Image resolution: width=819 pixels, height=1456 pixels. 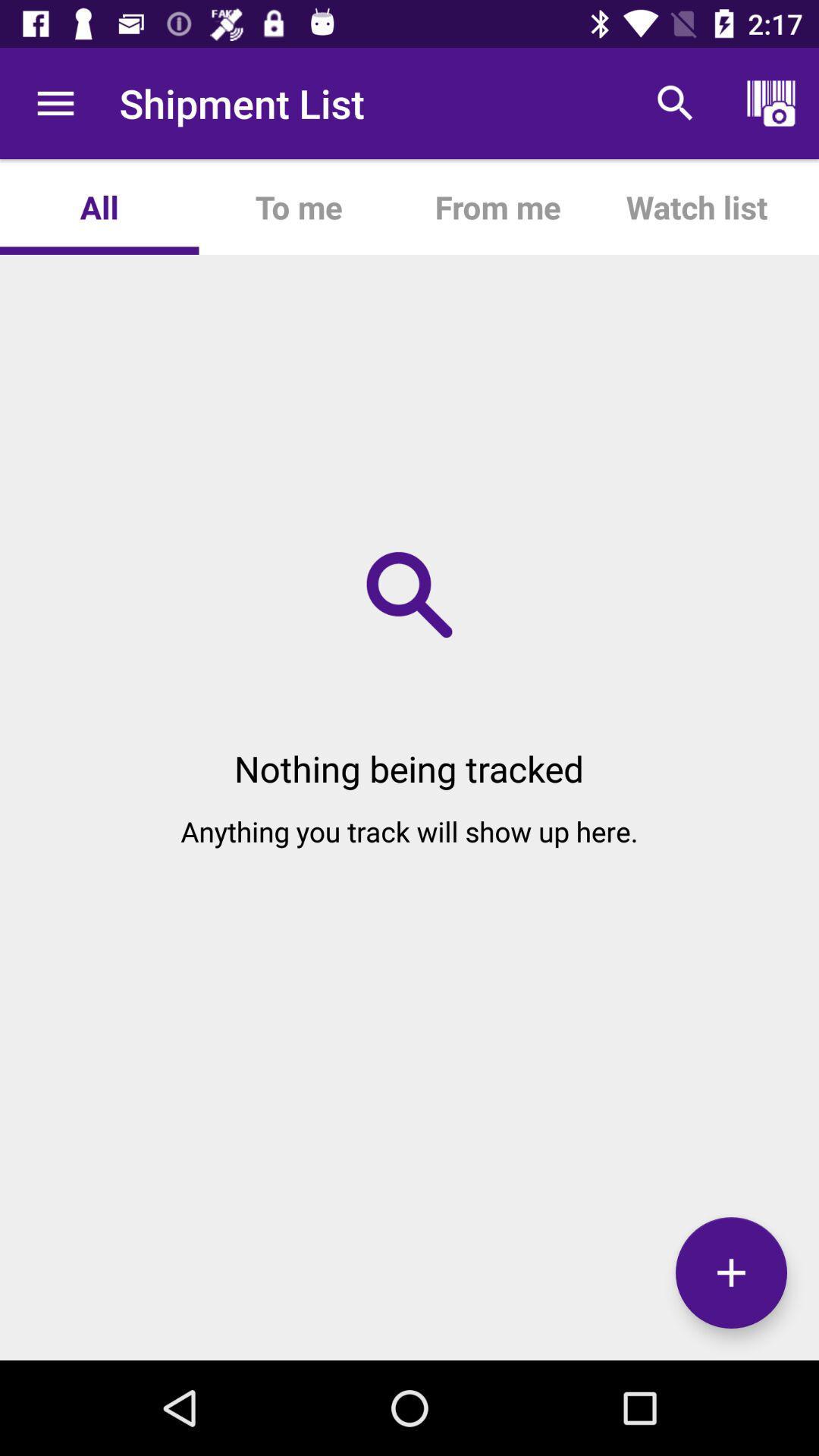 What do you see at coordinates (55, 102) in the screenshot?
I see `app to the left of shipment list icon` at bounding box center [55, 102].